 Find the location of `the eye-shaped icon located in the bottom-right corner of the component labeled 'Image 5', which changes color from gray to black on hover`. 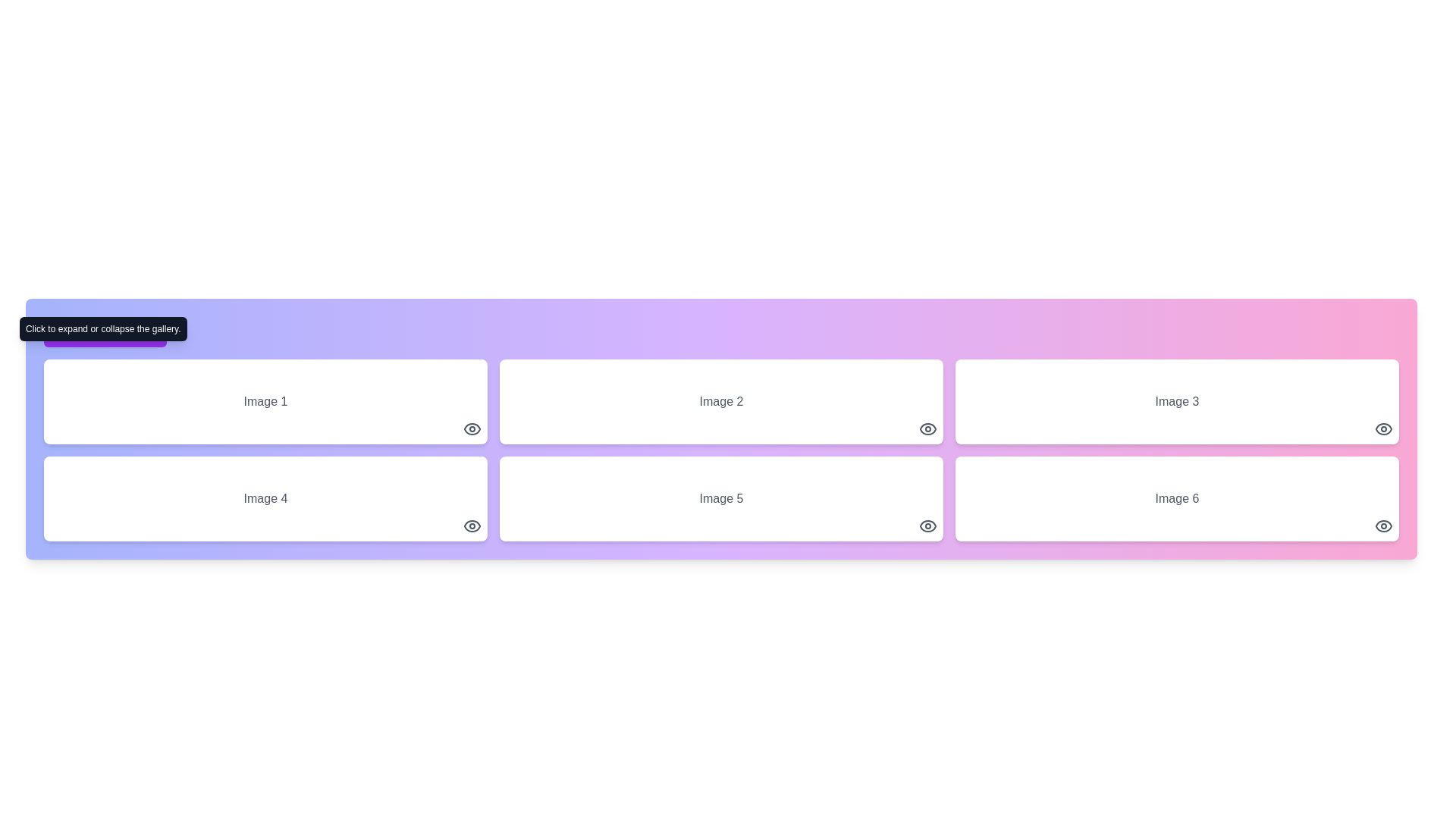

the eye-shaped icon located in the bottom-right corner of the component labeled 'Image 5', which changes color from gray to black on hover is located at coordinates (927, 526).